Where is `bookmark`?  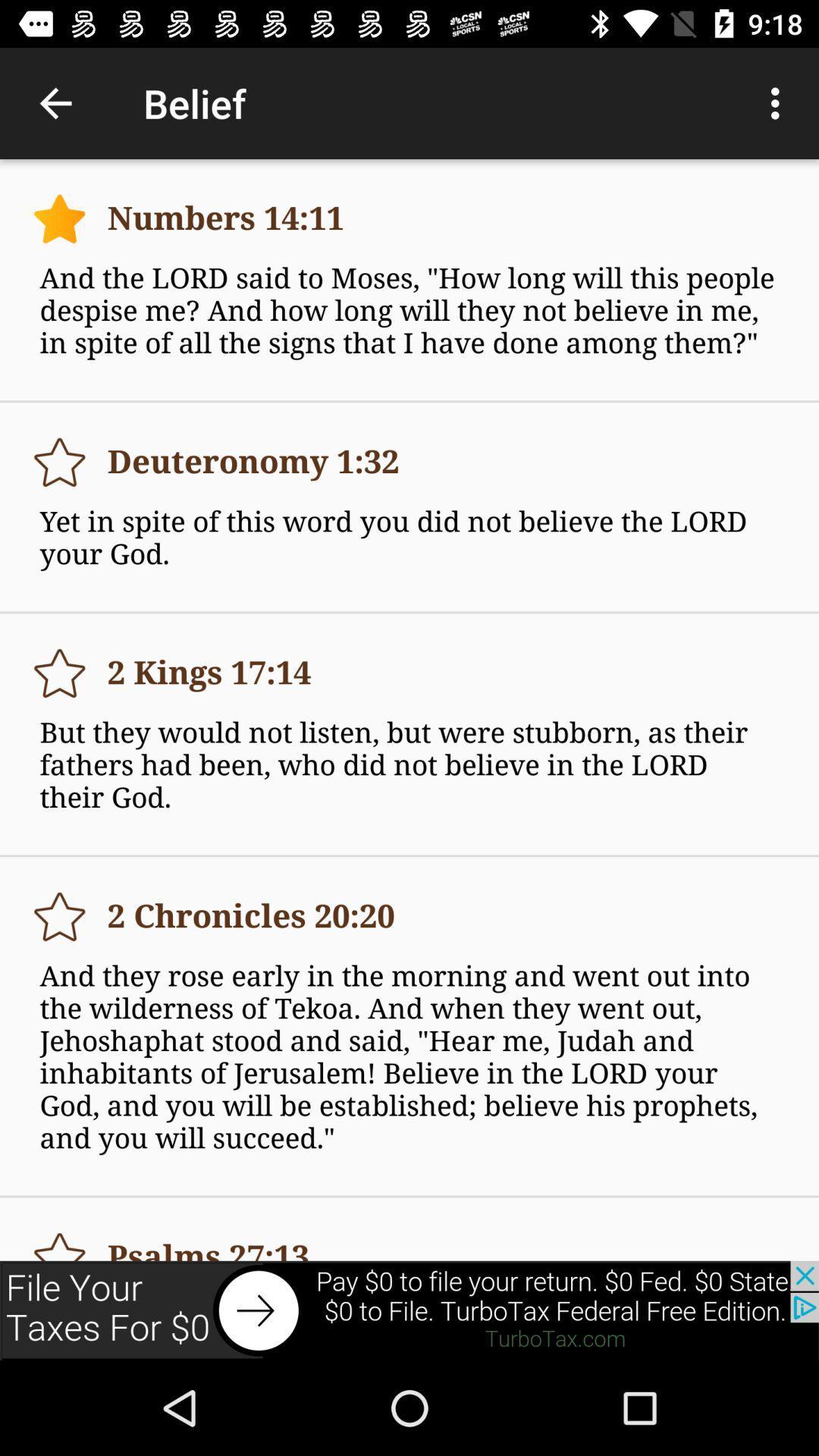 bookmark is located at coordinates (58, 218).